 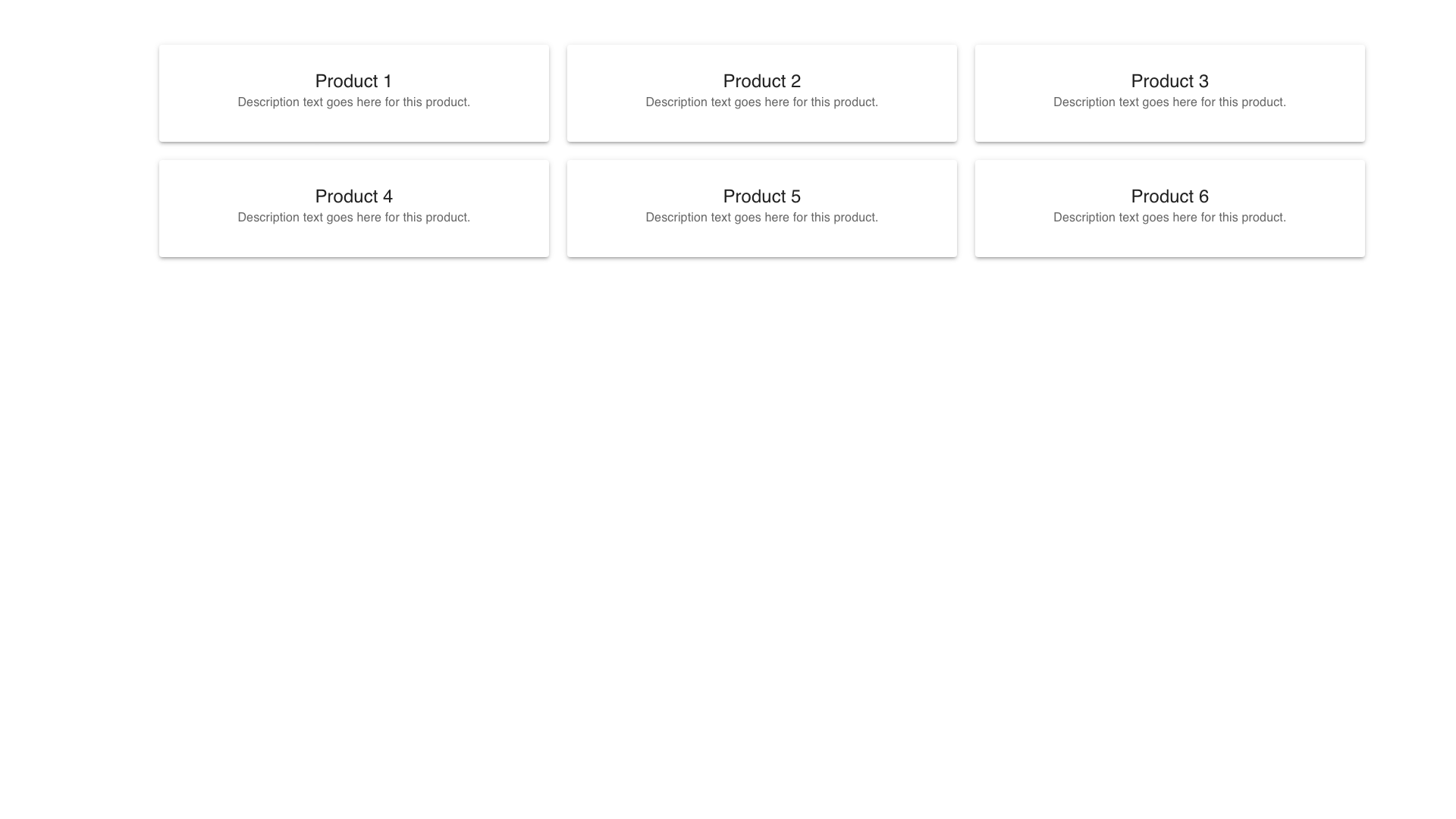 What do you see at coordinates (1169, 218) in the screenshot?
I see `text element that contains 'Description text goes here for this product.' located beneath the title 'Product 6' in the card layout` at bounding box center [1169, 218].